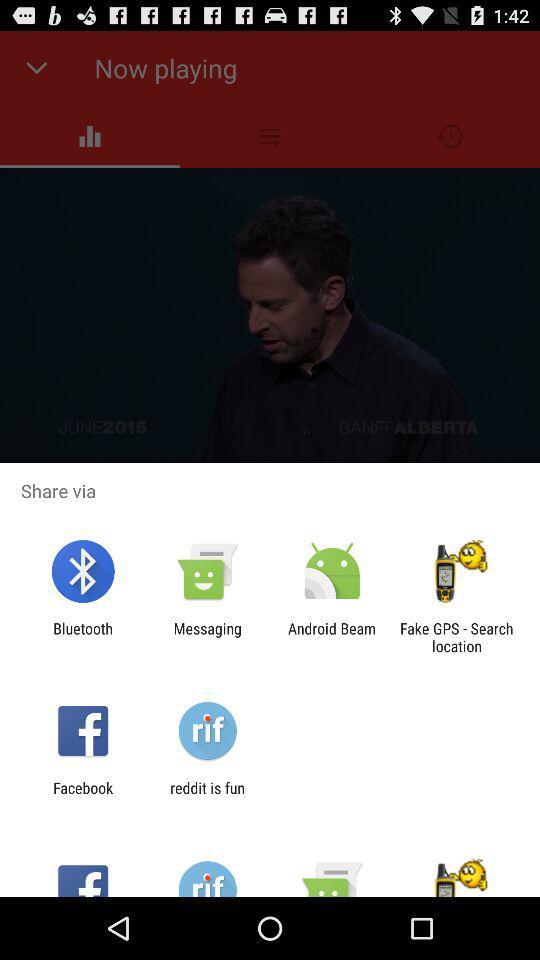  Describe the element at coordinates (206, 796) in the screenshot. I see `app next to facebook` at that location.